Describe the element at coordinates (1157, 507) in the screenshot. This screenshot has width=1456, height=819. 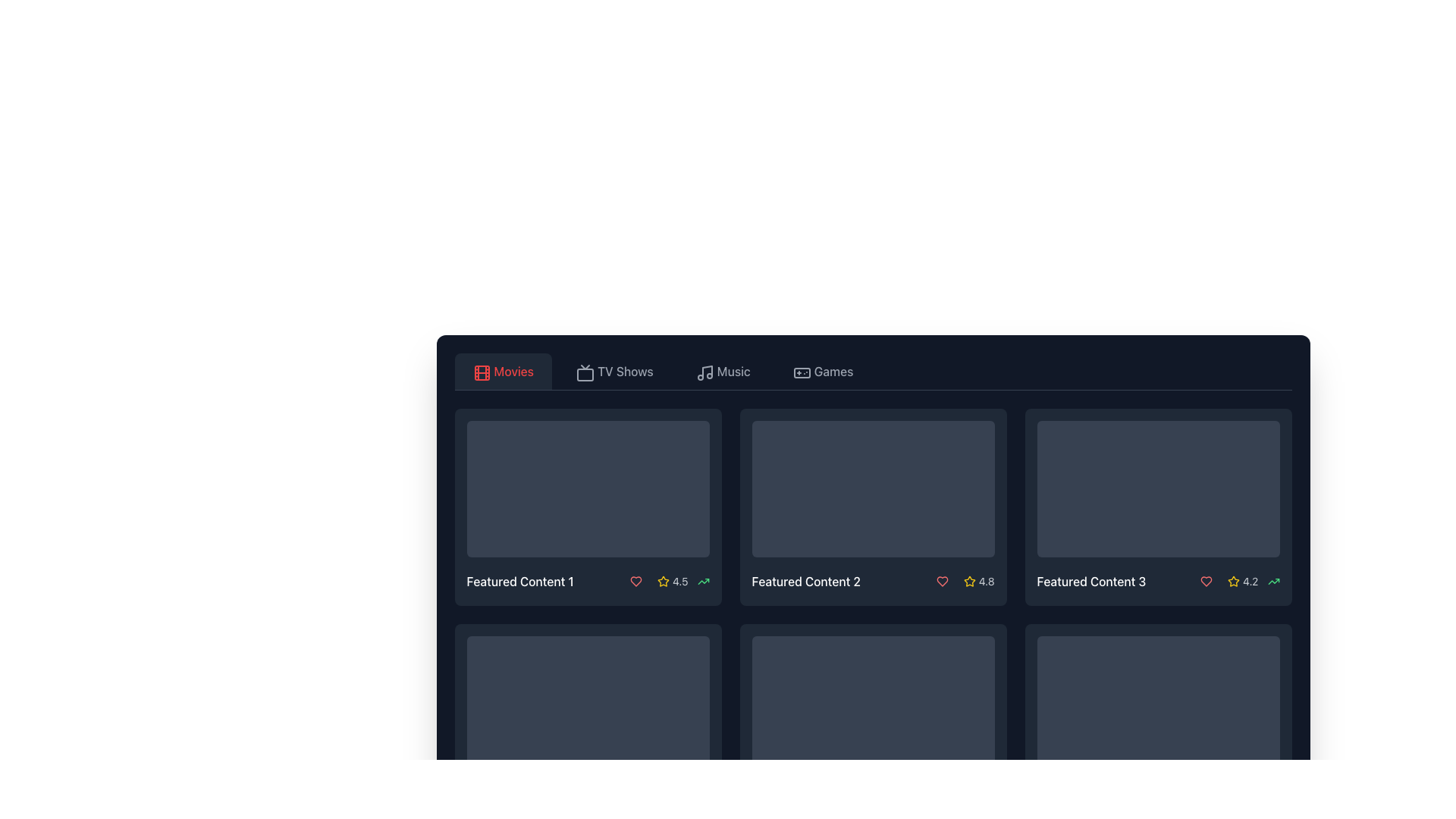
I see `the third card in the top row of the 'Movies' section` at that location.